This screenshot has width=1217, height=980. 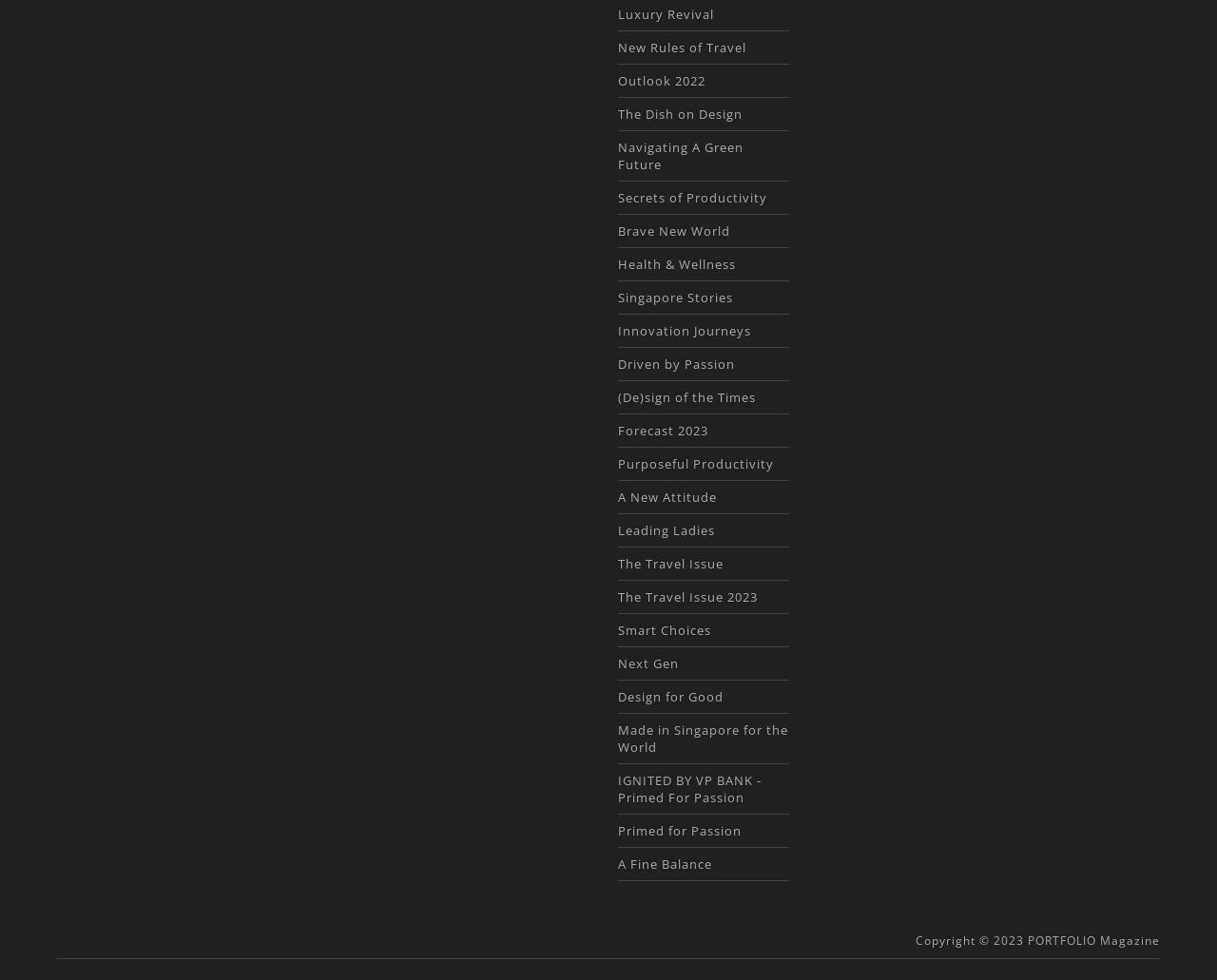 What do you see at coordinates (666, 496) in the screenshot?
I see `'A New Attitude'` at bounding box center [666, 496].